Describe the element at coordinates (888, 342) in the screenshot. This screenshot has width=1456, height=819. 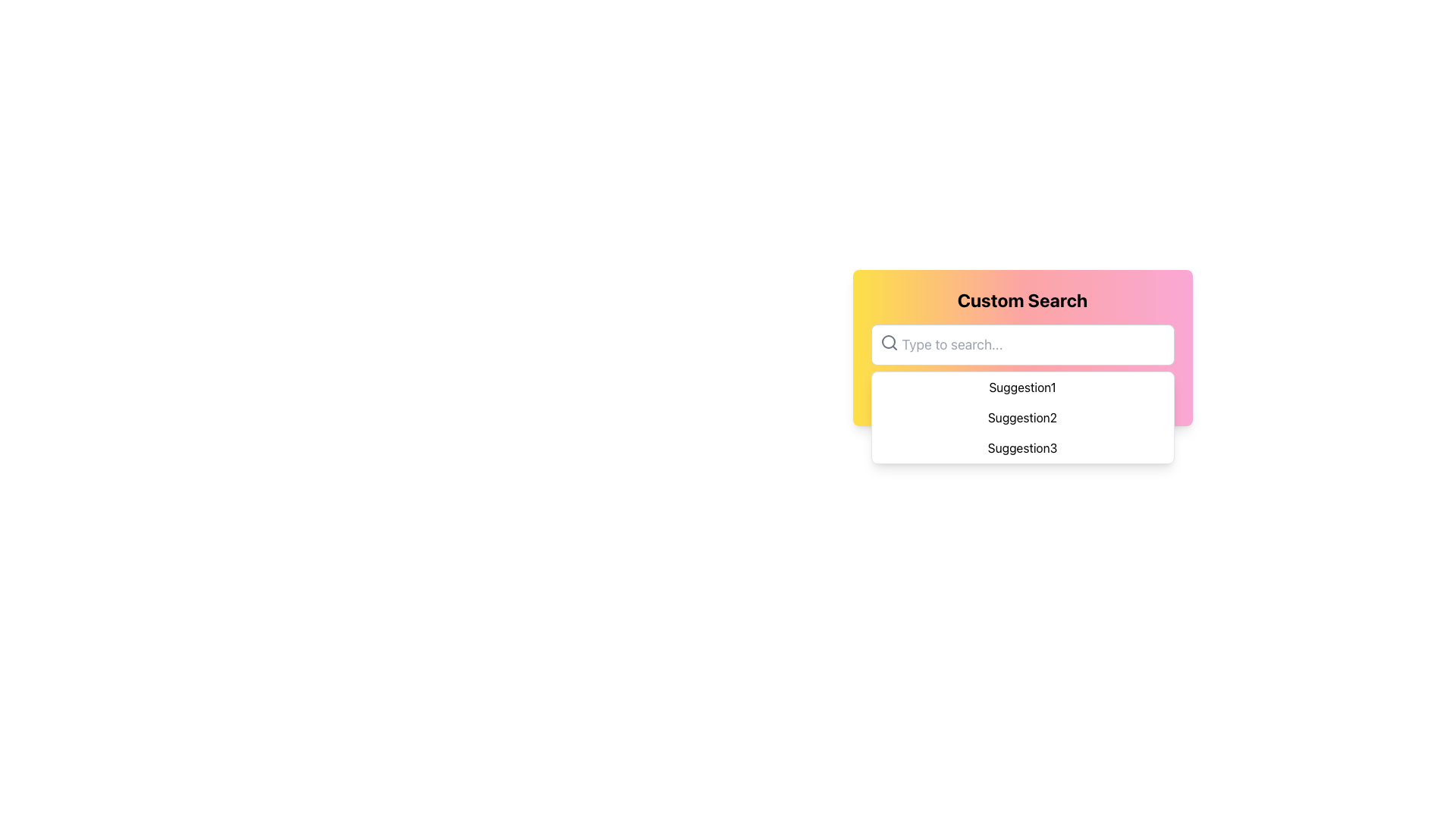
I see `the circular part of the search icon, which is positioned at the center of the magnifying glass icon located on the left side of the search bar` at that location.